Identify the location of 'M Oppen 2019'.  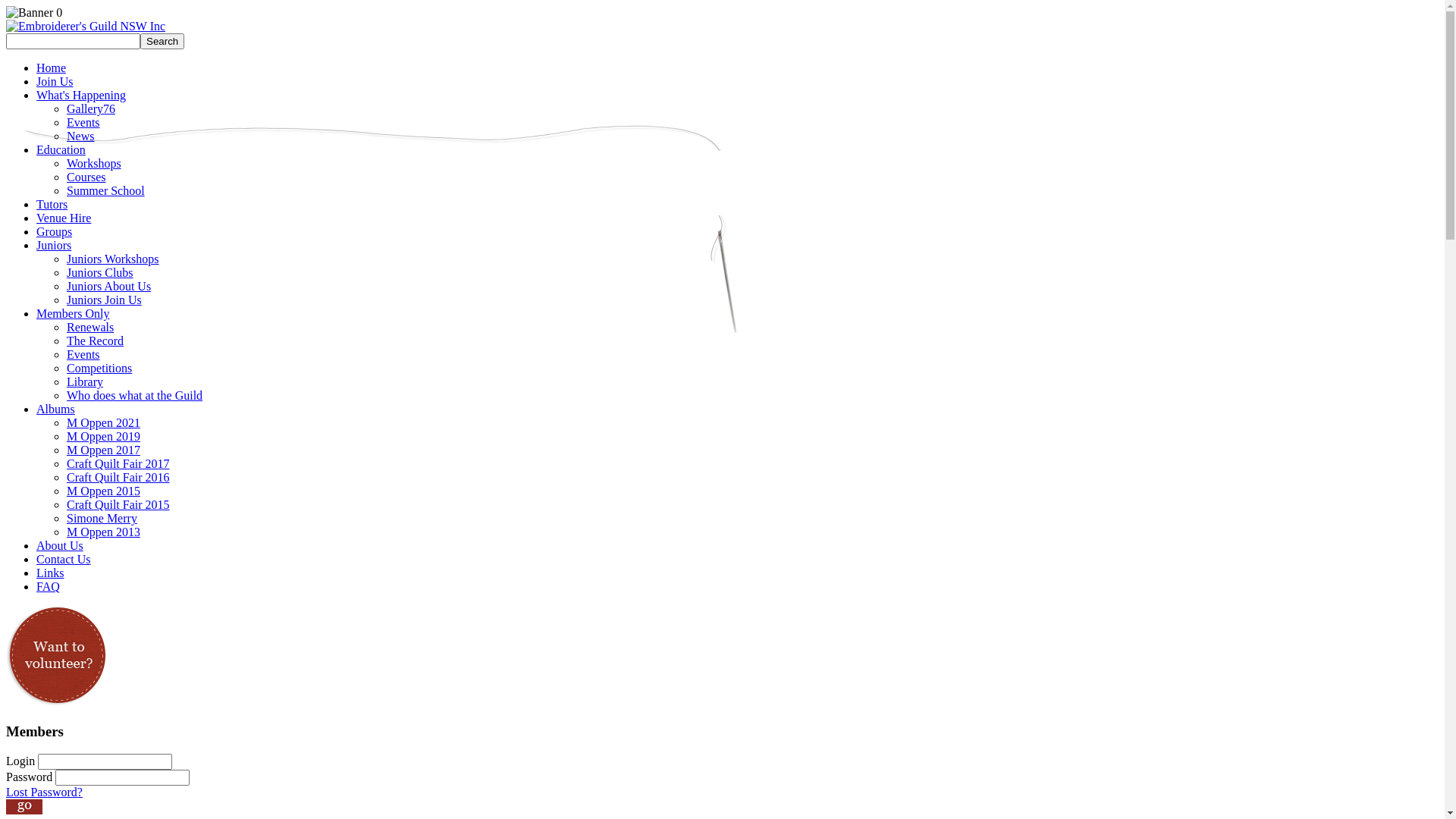
(102, 436).